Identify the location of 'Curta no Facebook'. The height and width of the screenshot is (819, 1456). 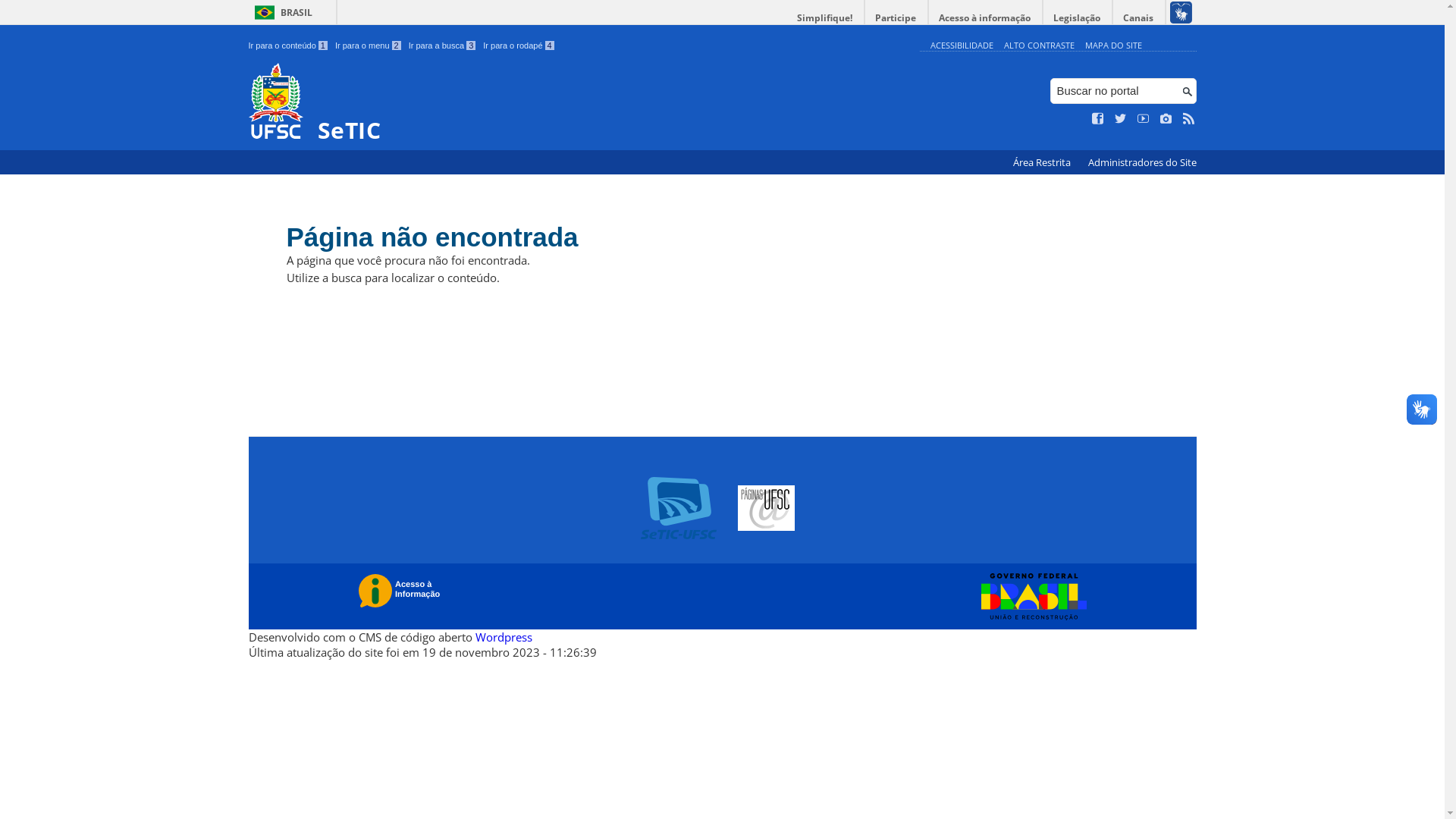
(1098, 118).